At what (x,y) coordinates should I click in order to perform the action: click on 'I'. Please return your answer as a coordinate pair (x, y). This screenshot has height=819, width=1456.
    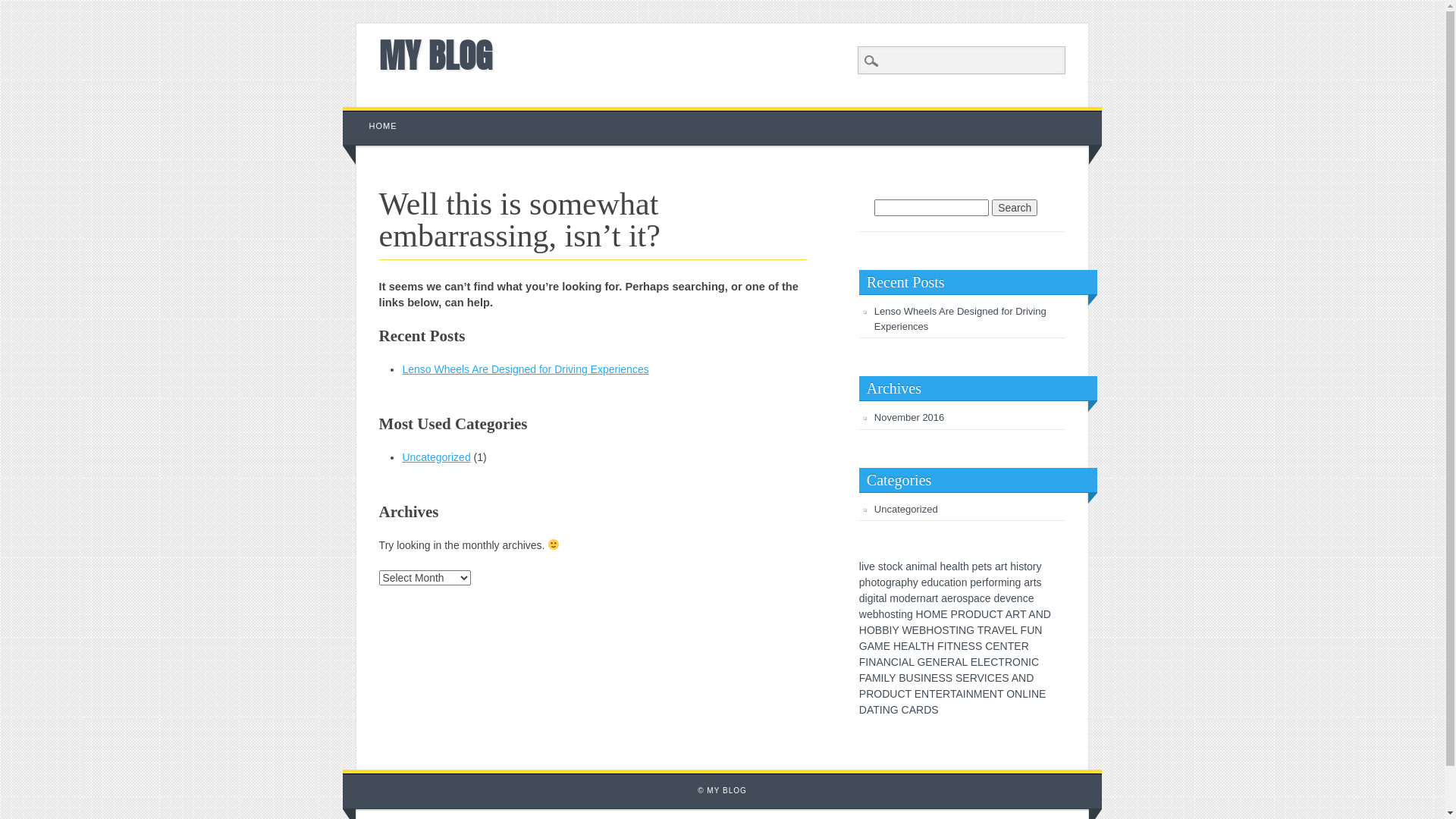
    Looking at the image, I should click on (920, 677).